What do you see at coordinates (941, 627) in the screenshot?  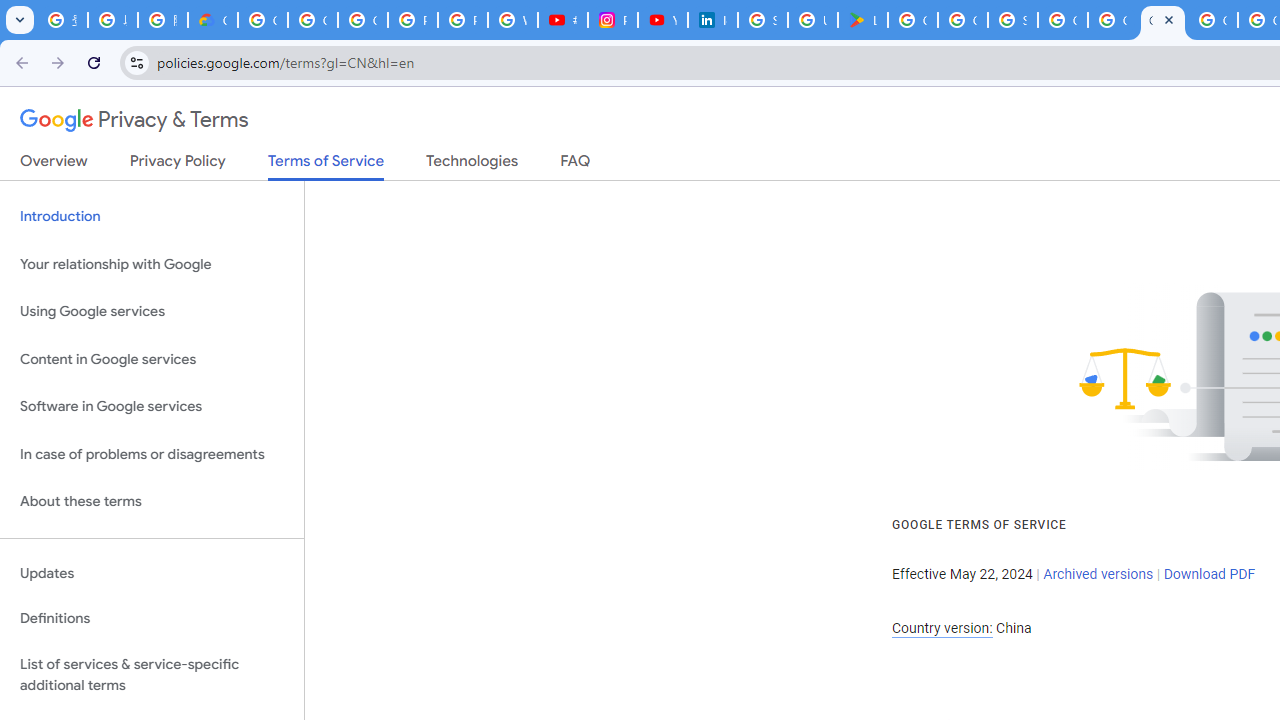 I see `'Country version:'` at bounding box center [941, 627].